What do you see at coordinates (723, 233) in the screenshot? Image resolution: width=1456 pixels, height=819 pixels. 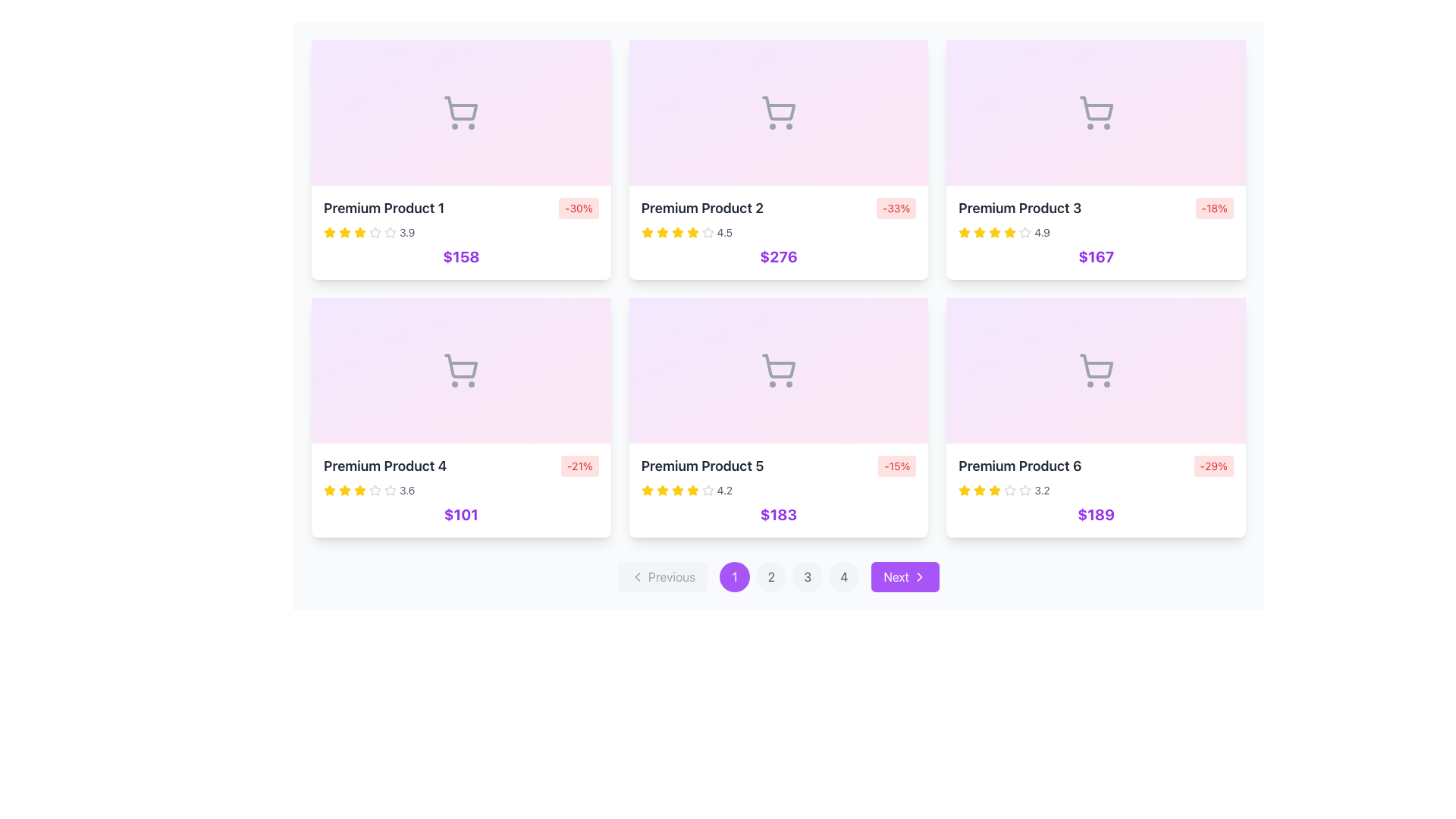 I see `the static text display showing the numerical rating for 'Premium Product 2', located to the right of the yellow star icons` at bounding box center [723, 233].